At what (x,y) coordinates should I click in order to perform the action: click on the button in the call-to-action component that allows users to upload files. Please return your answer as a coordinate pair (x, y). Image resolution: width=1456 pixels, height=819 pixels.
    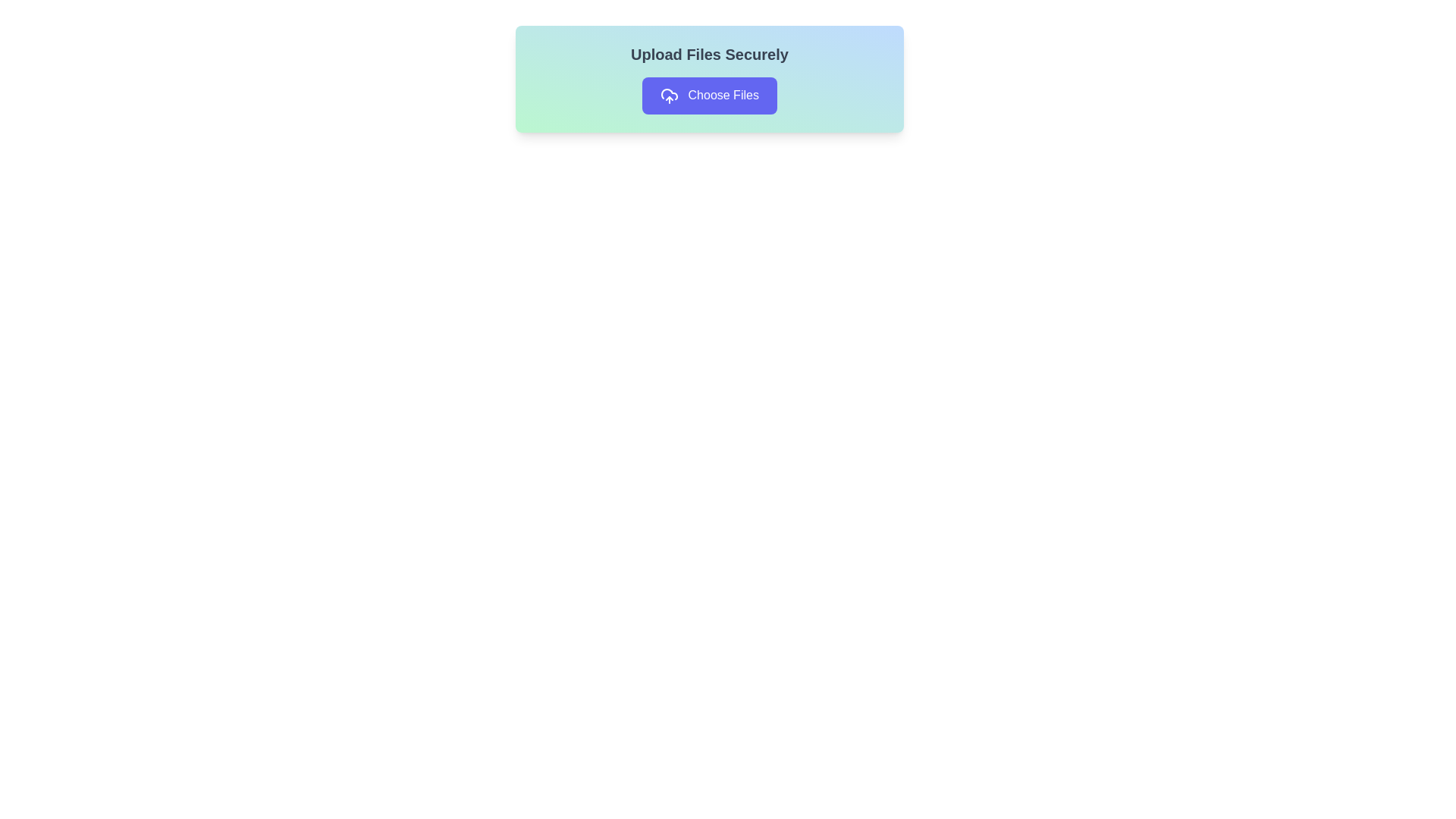
    Looking at the image, I should click on (709, 79).